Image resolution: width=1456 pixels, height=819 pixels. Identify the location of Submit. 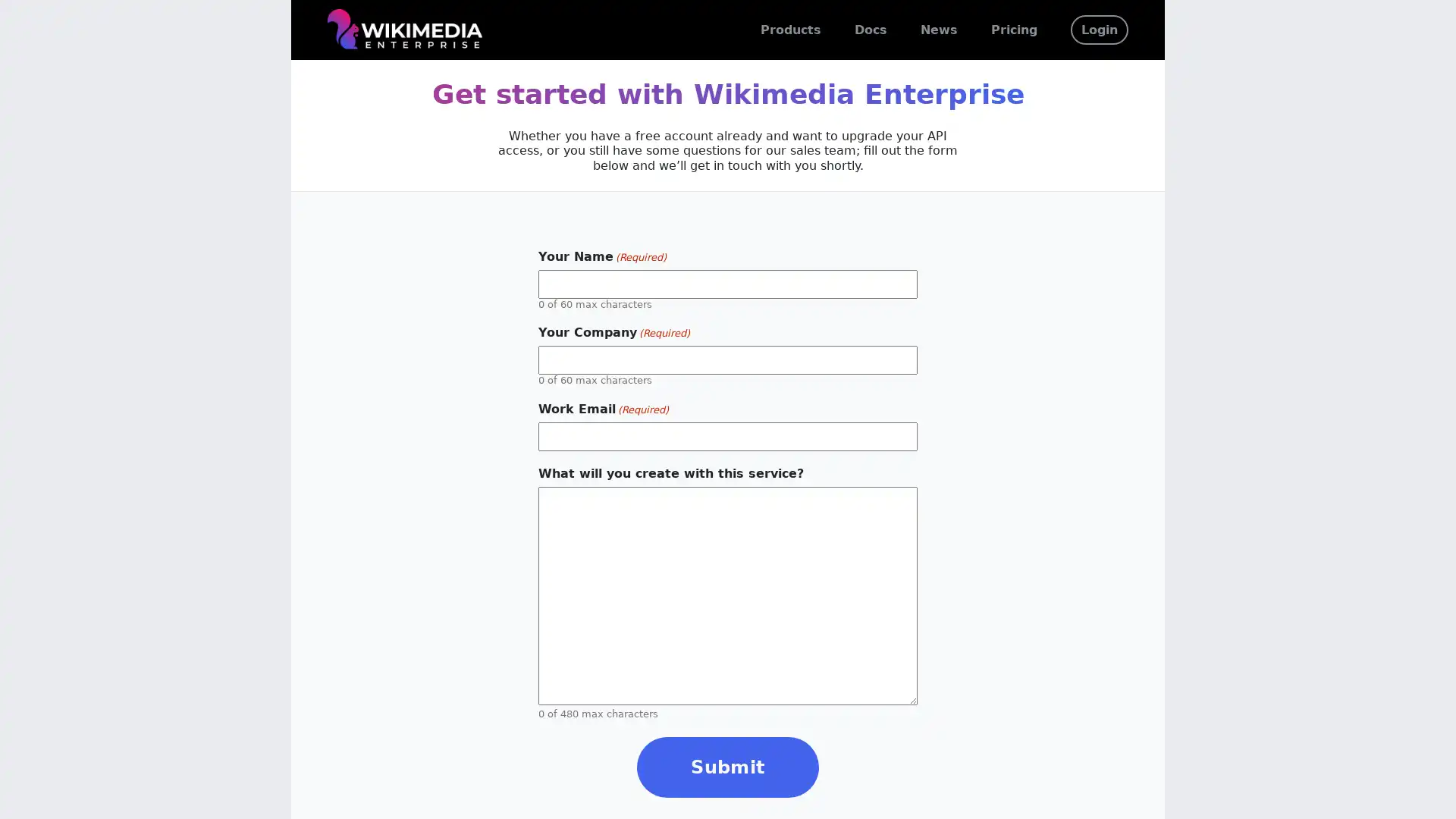
(728, 766).